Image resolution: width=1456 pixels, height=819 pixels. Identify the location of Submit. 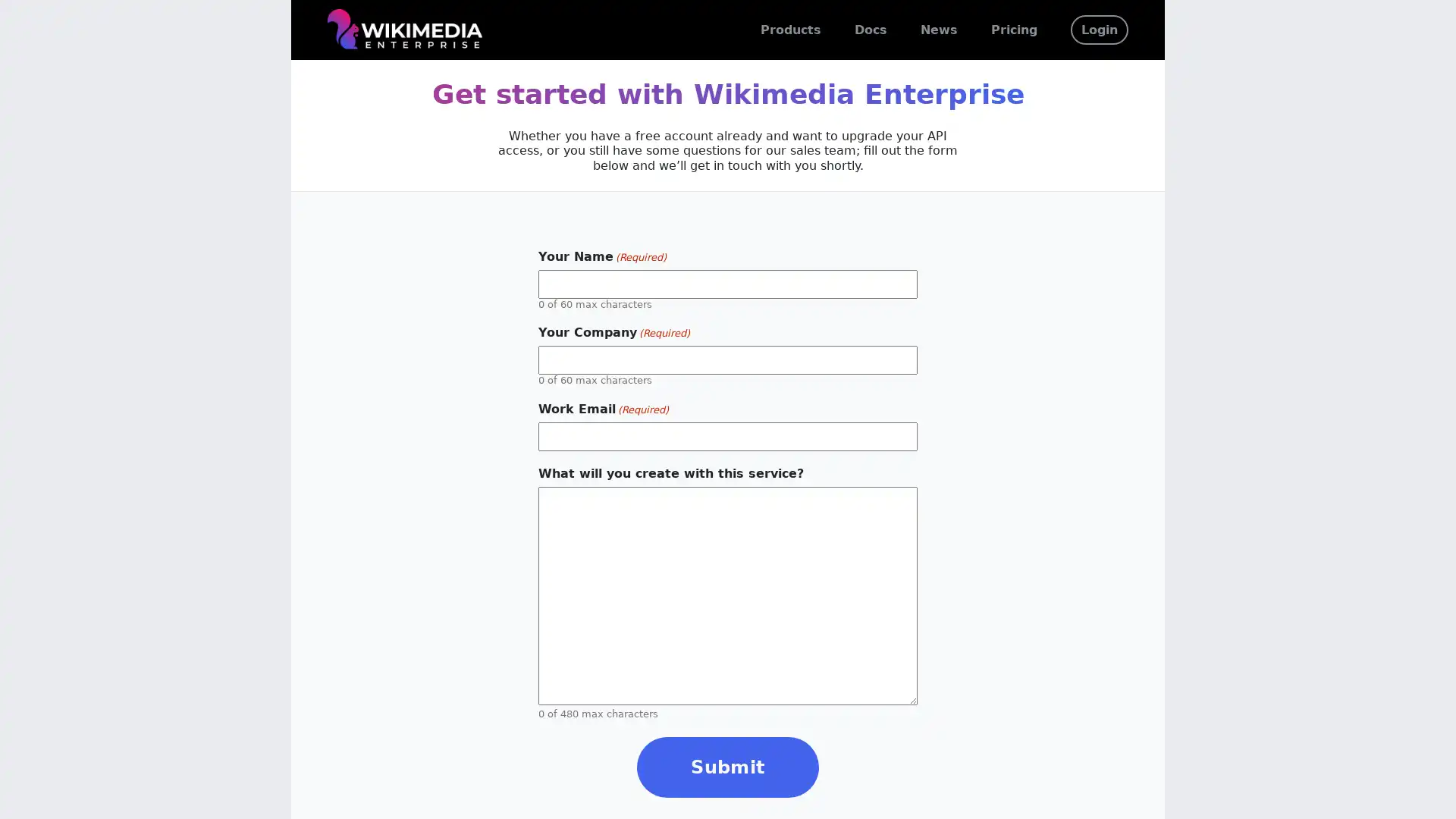
(728, 766).